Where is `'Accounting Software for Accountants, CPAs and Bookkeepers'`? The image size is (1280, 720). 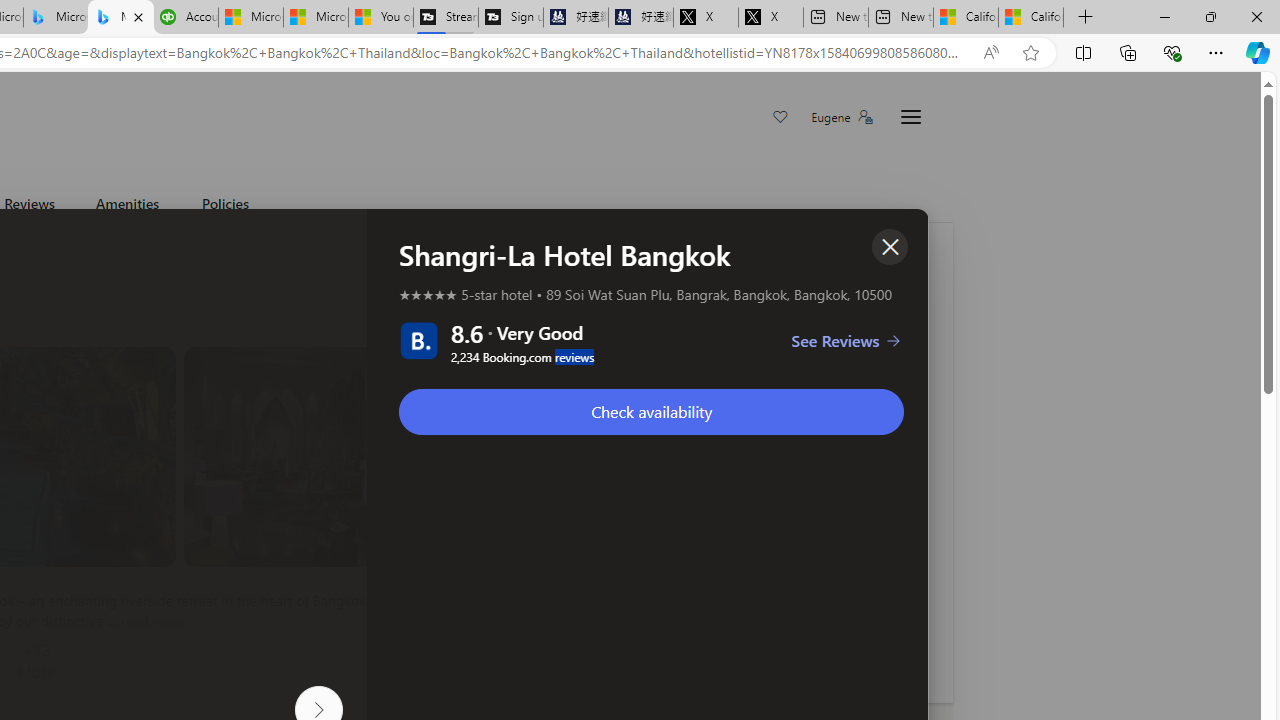
'Accounting Software for Accountants, CPAs and Bookkeepers' is located at coordinates (185, 17).